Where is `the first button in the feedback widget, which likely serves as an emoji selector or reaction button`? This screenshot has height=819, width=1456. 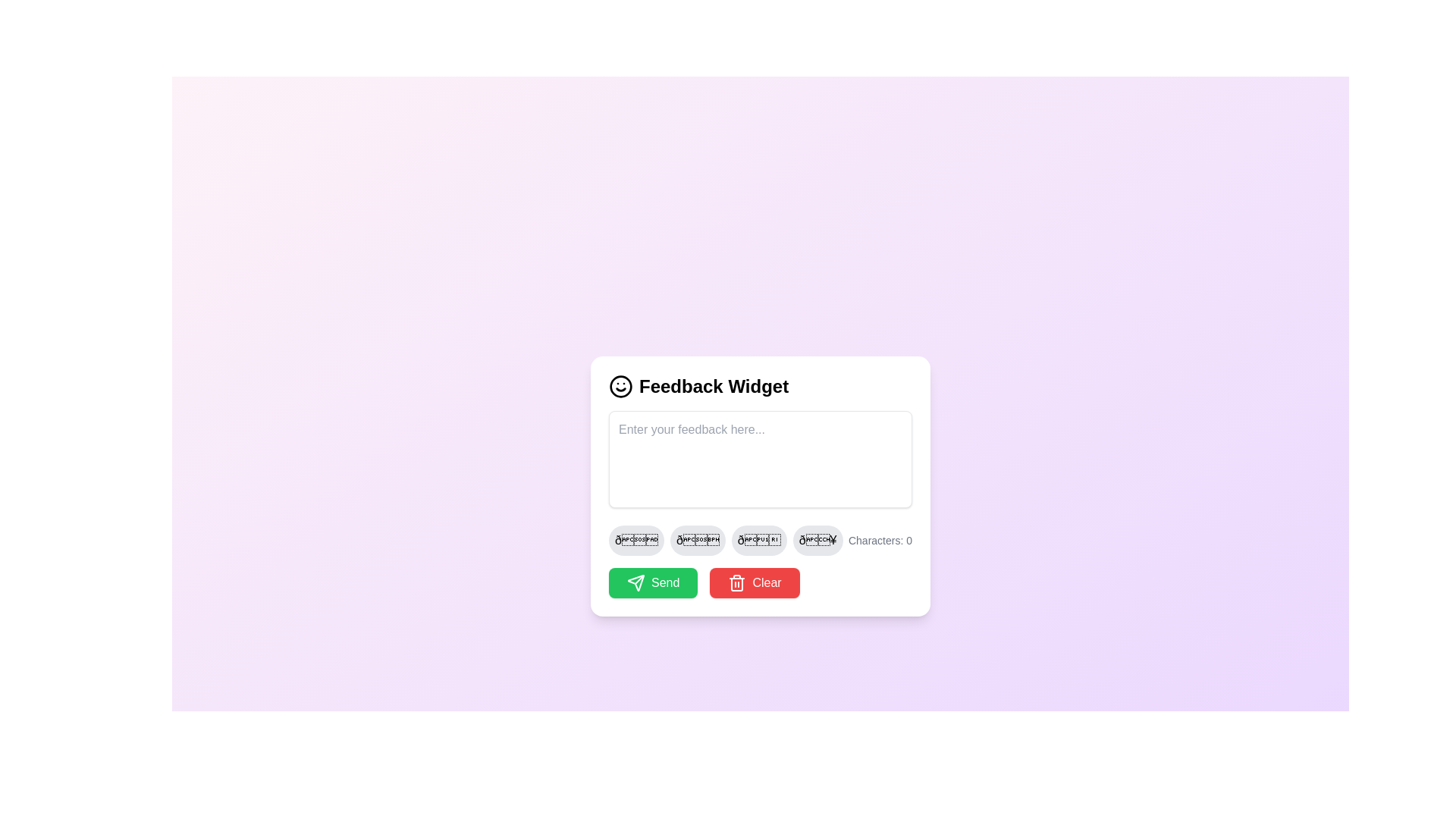
the first button in the feedback widget, which likely serves as an emoji selector or reaction button is located at coordinates (636, 539).